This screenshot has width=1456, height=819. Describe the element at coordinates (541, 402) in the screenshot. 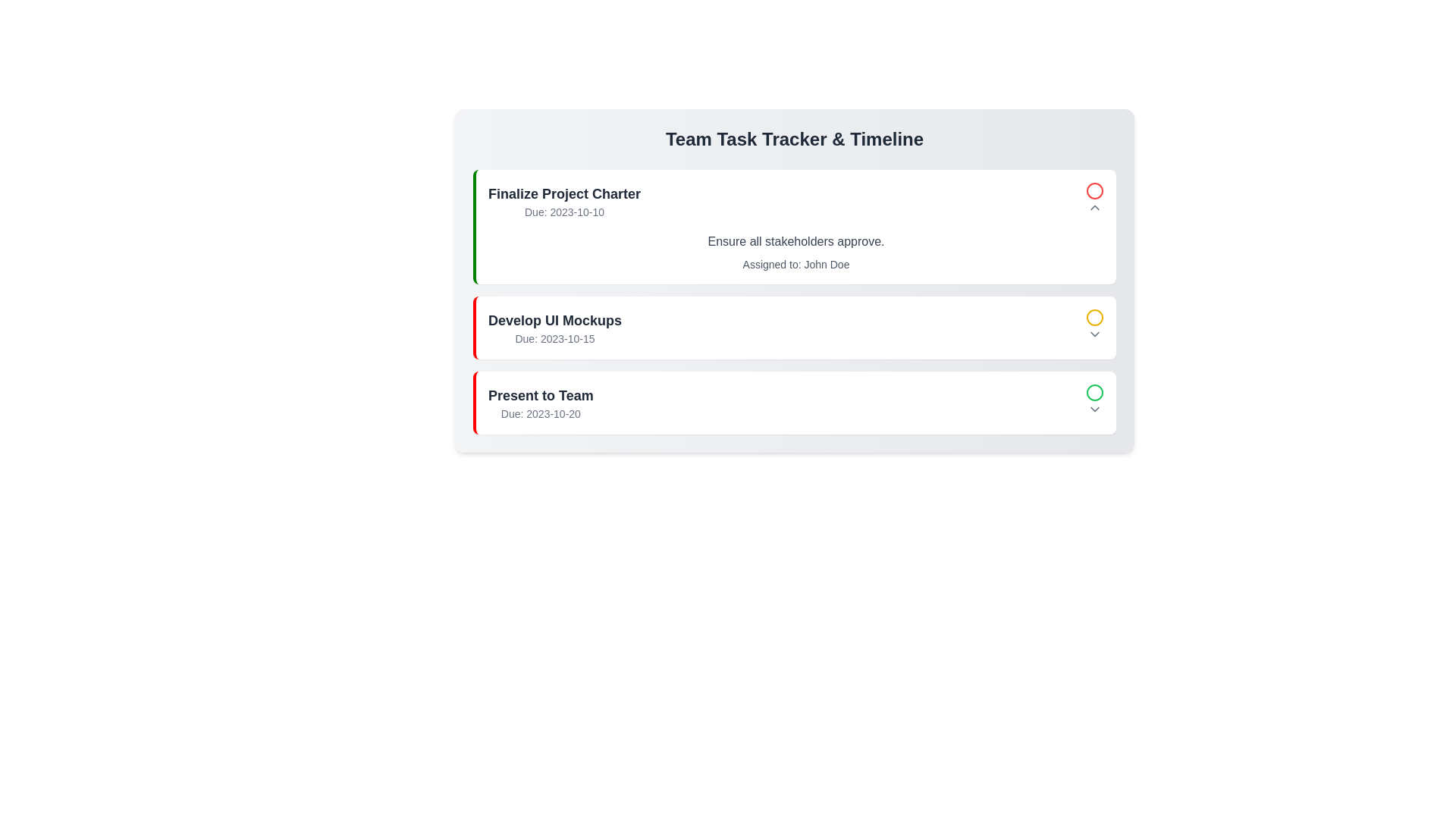

I see `the Text Display that shows 'Present to Team' and 'Due: 2023-10-20', located in the third section of the task list` at that location.